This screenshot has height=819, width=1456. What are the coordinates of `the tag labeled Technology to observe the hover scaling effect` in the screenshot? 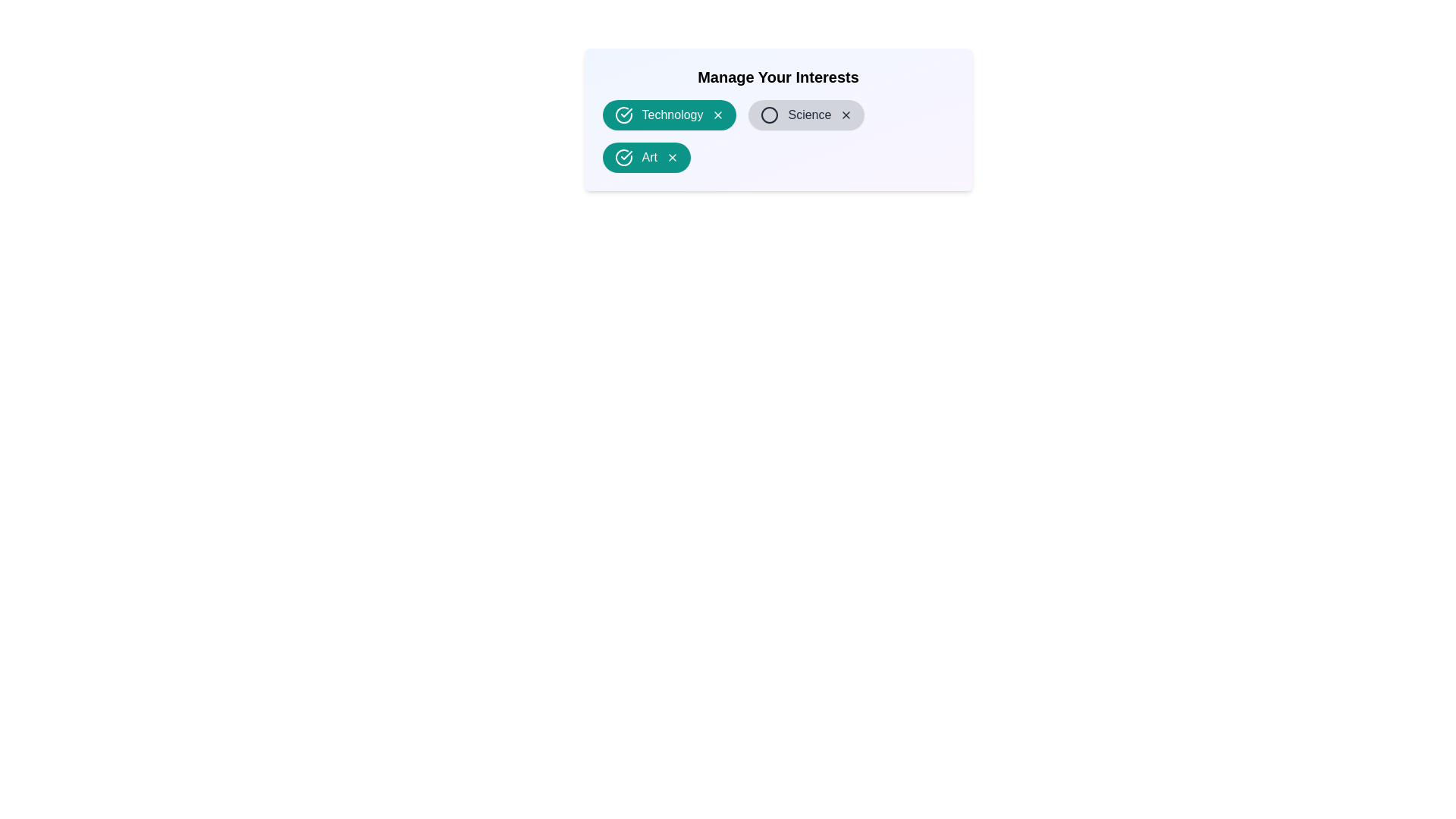 It's located at (669, 114).